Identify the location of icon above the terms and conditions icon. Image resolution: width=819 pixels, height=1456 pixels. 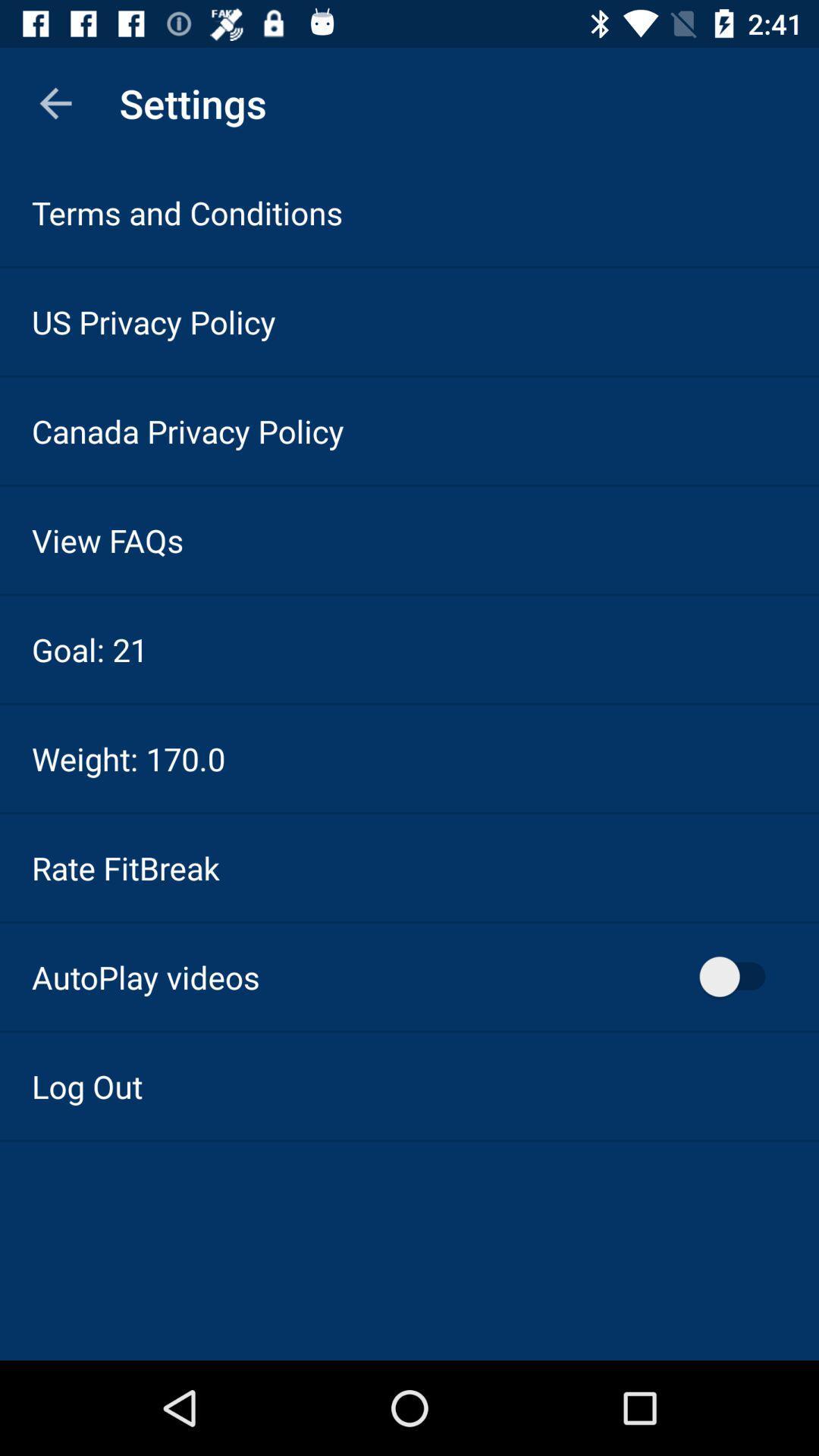
(55, 102).